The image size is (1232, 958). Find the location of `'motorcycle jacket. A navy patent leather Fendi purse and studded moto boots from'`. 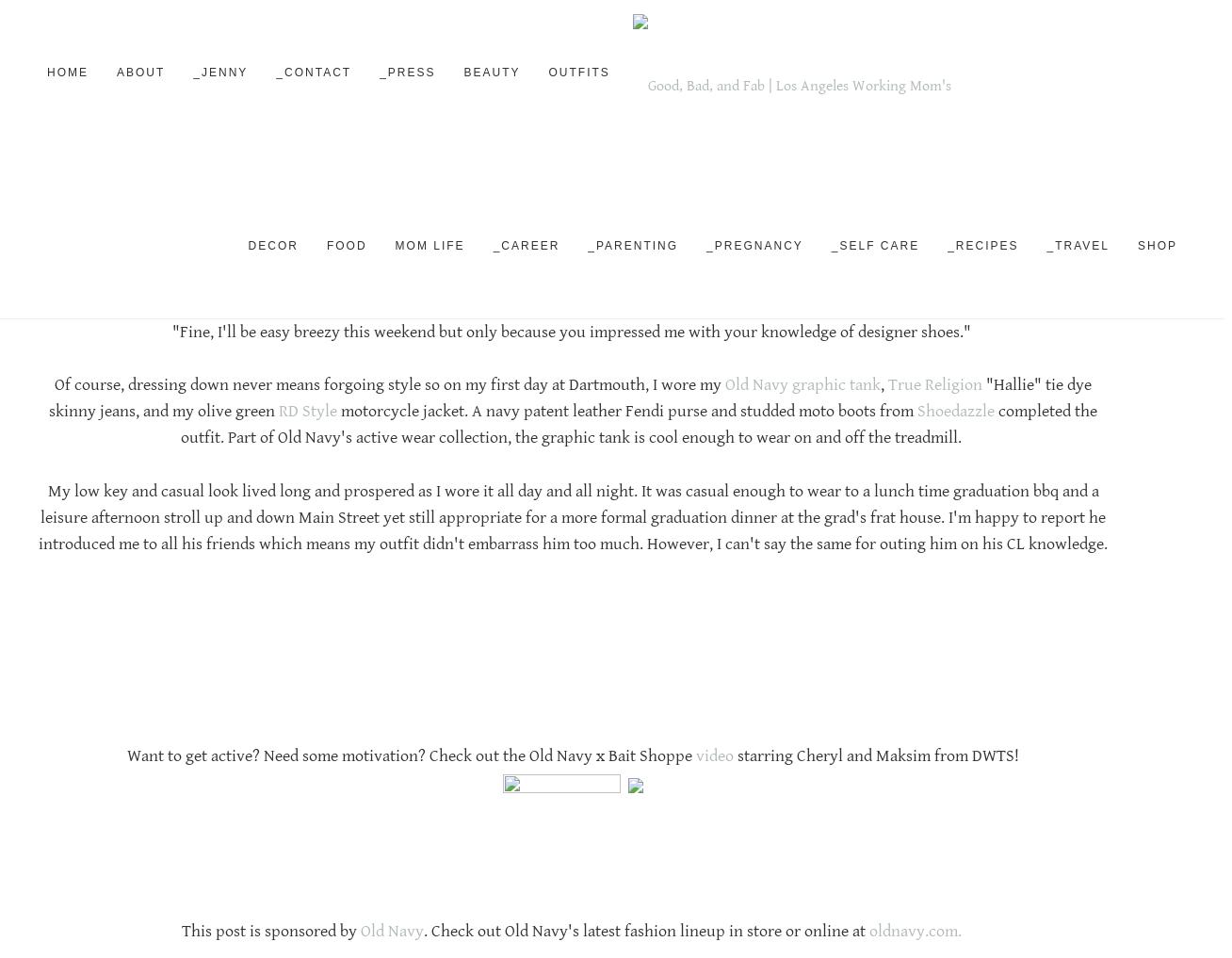

'motorcycle jacket. A navy patent leather Fendi purse and studded moto boots from' is located at coordinates (627, 412).